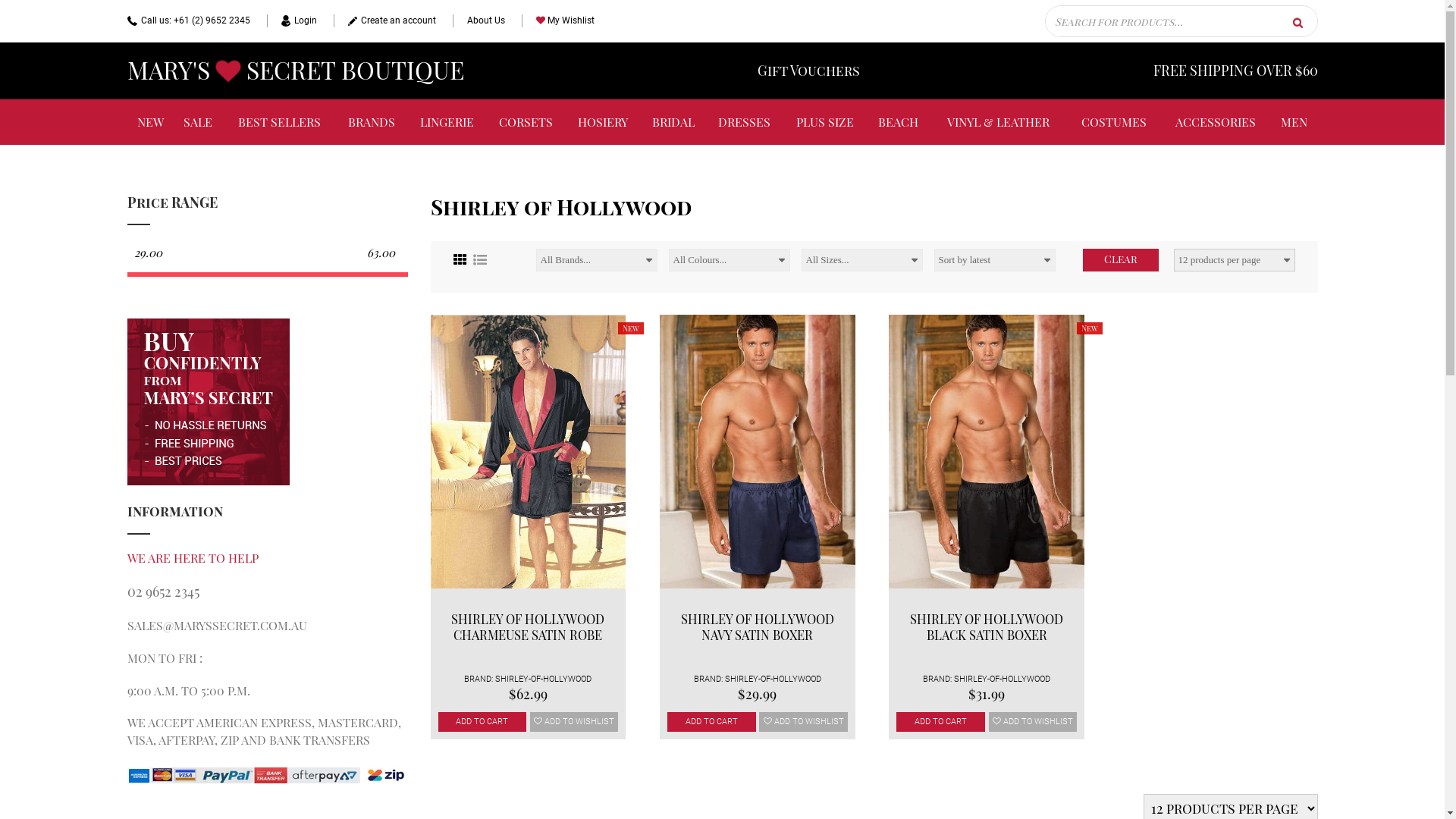  What do you see at coordinates (528, 626) in the screenshot?
I see `'SHIRLEY OF HOLLYWOOD CHARMEUSE SATIN ROBE'` at bounding box center [528, 626].